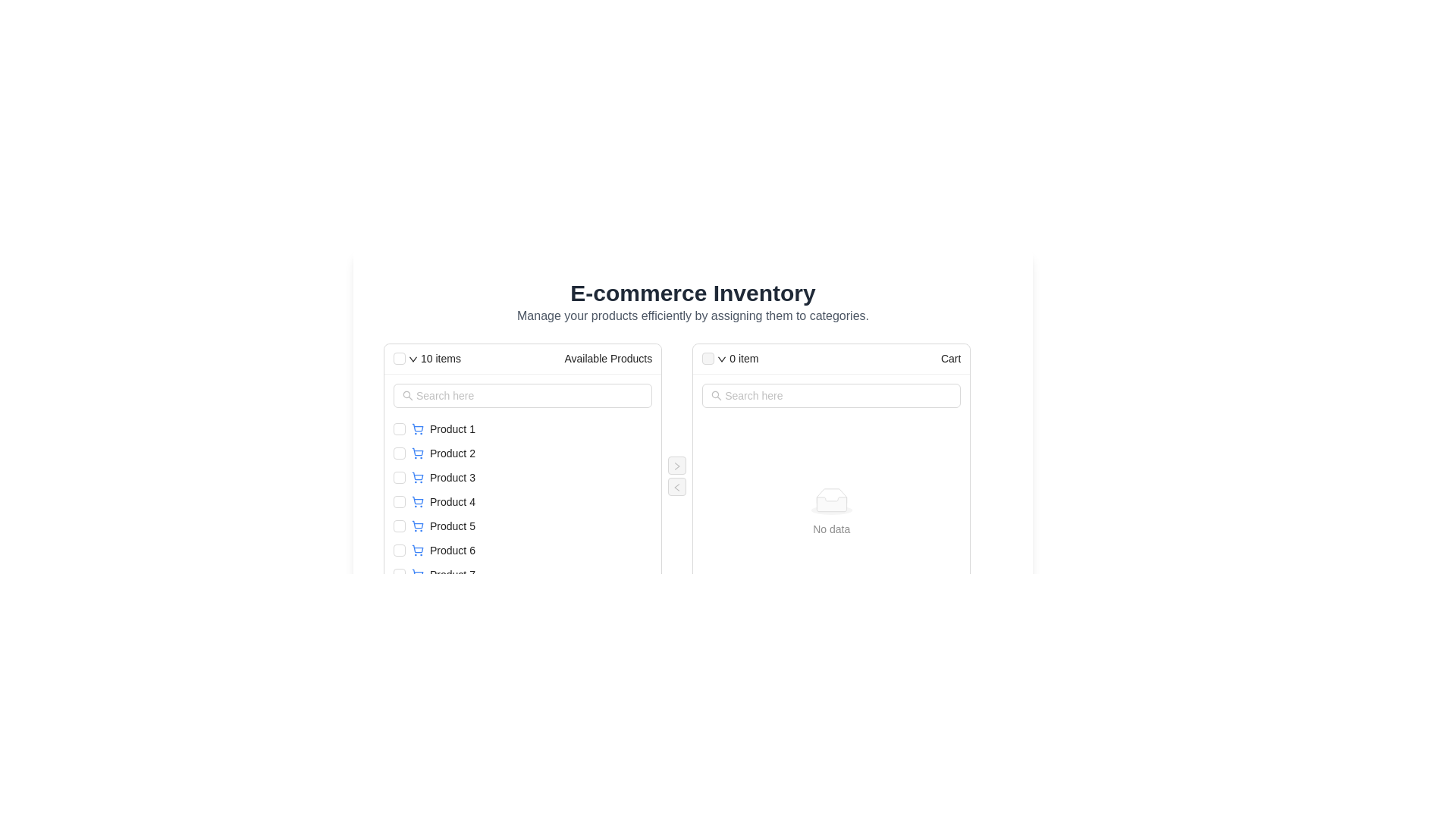  Describe the element at coordinates (522, 394) in the screenshot. I see `the search input field styled with a rounded rectangular border in the 'Available Products' section to focus on it` at that location.